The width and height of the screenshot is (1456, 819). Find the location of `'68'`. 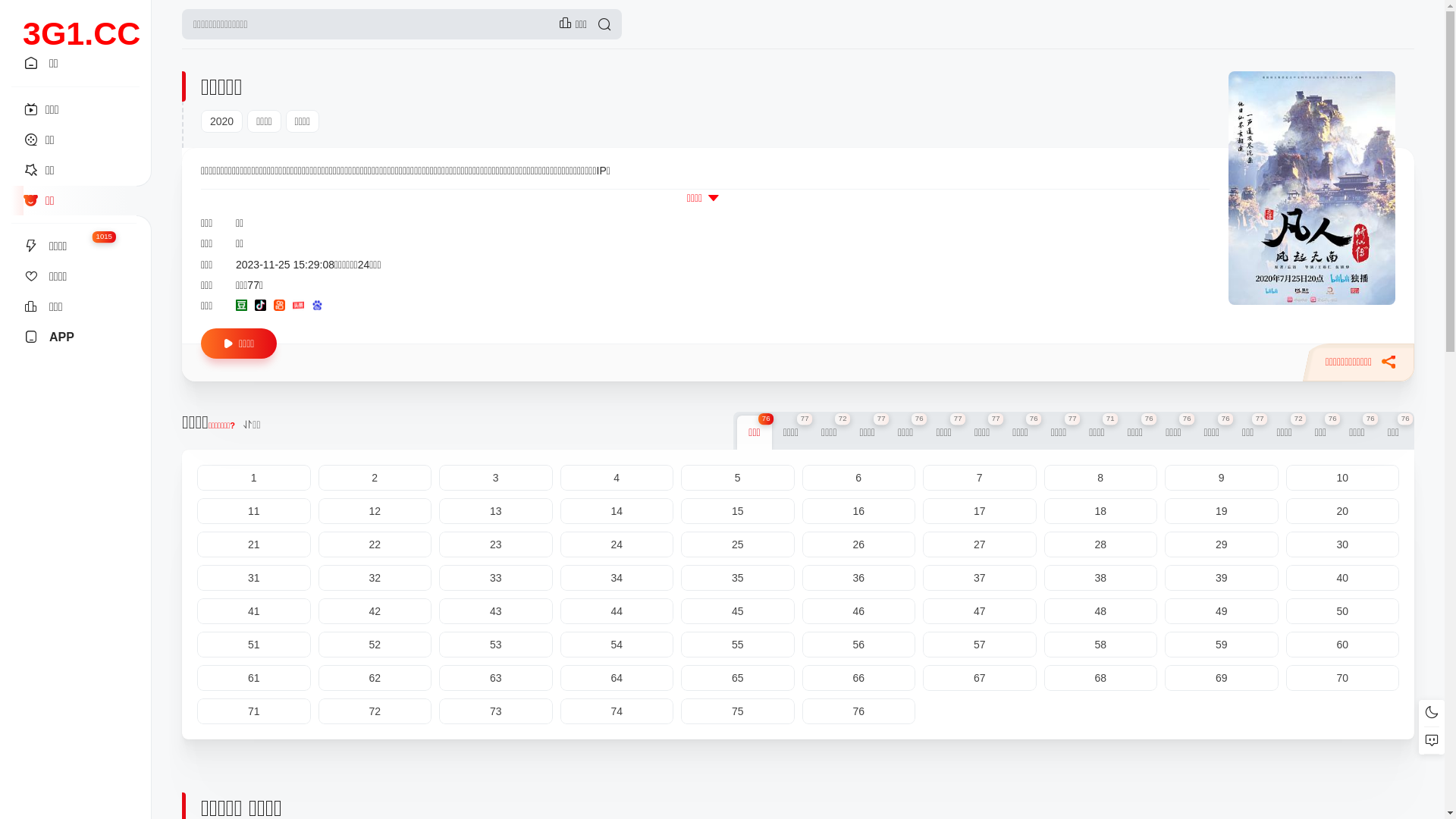

'68' is located at coordinates (1100, 677).